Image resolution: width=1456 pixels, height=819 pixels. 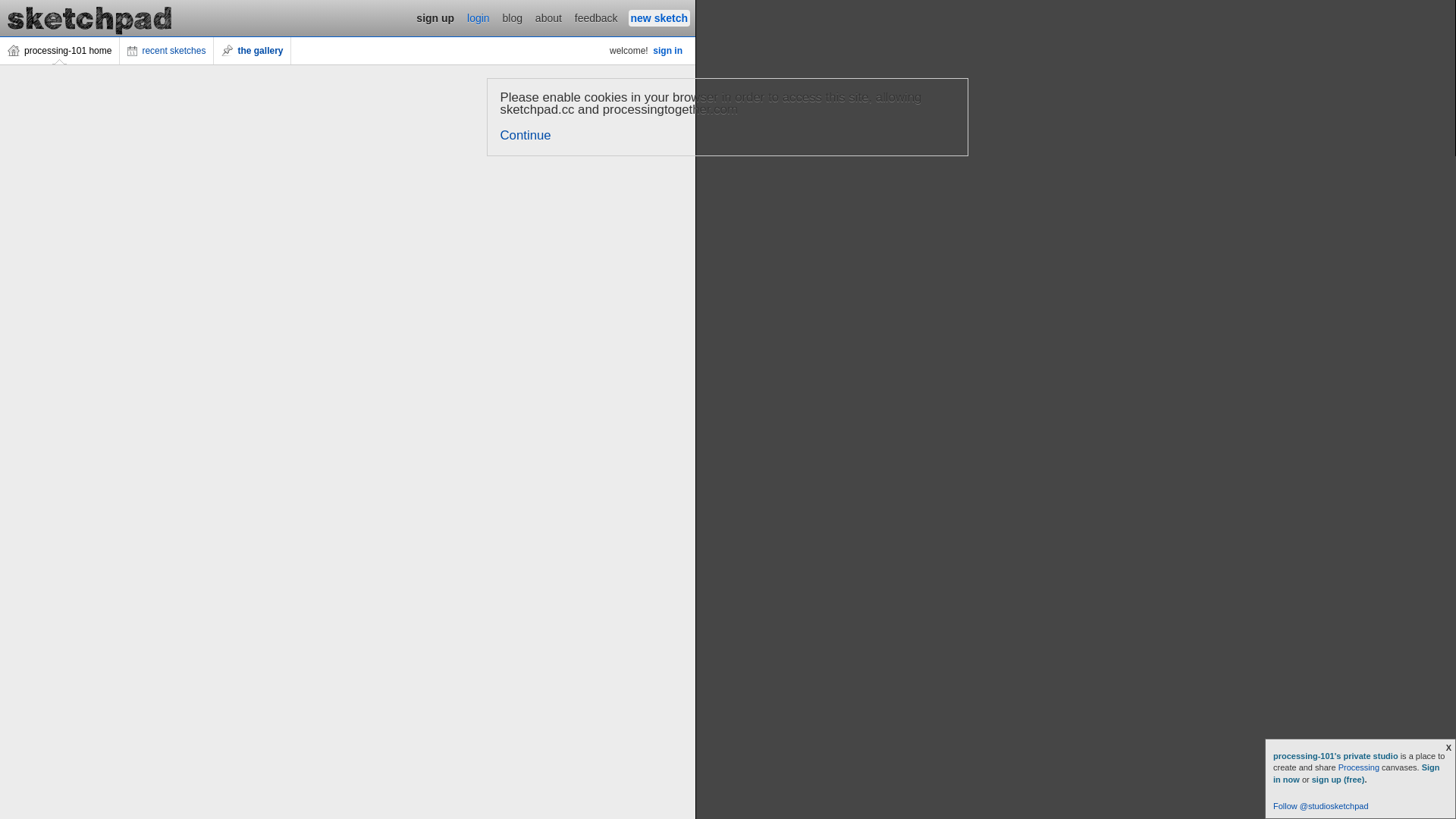 What do you see at coordinates (1338, 767) in the screenshot?
I see `'Processing'` at bounding box center [1338, 767].